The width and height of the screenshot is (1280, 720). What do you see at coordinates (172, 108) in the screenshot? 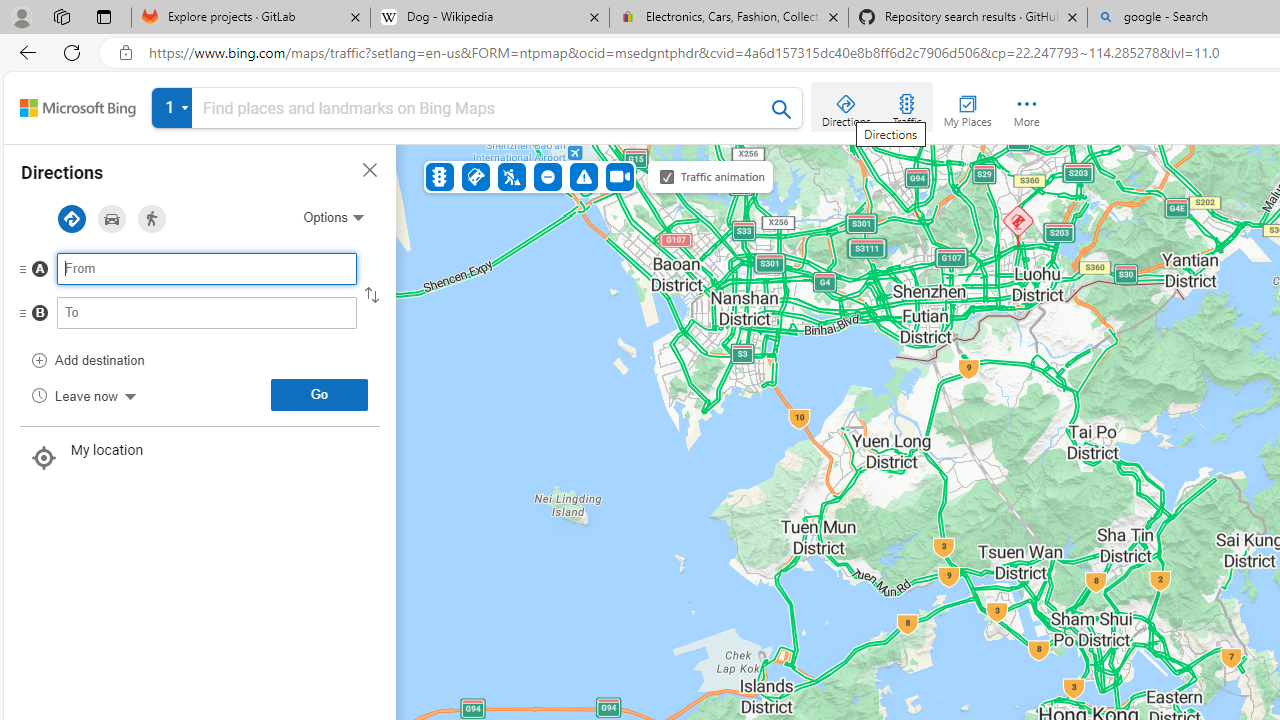
I see `' View all your searches'` at bounding box center [172, 108].